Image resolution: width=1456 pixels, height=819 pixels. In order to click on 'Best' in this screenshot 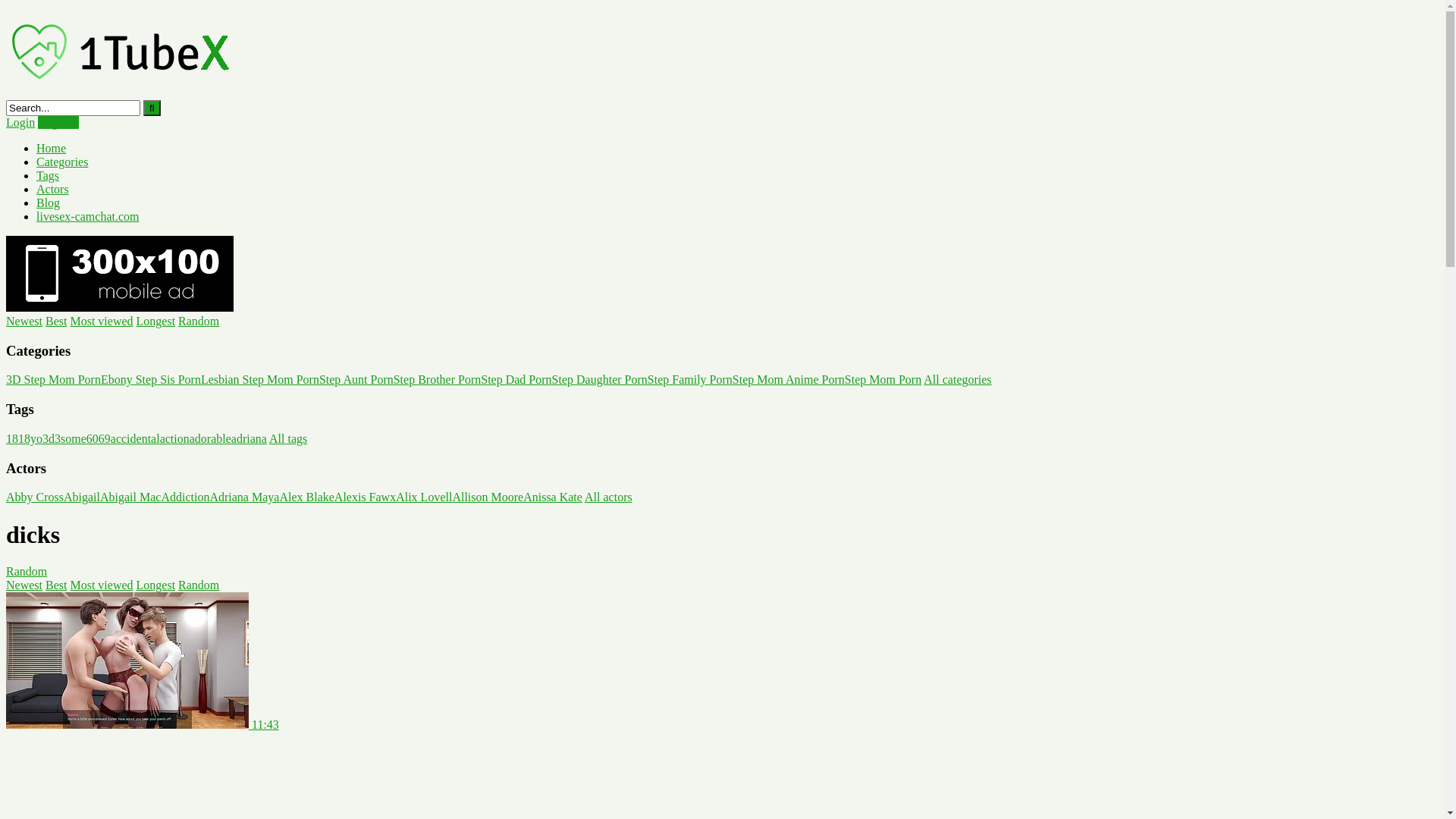, I will do `click(55, 584)`.